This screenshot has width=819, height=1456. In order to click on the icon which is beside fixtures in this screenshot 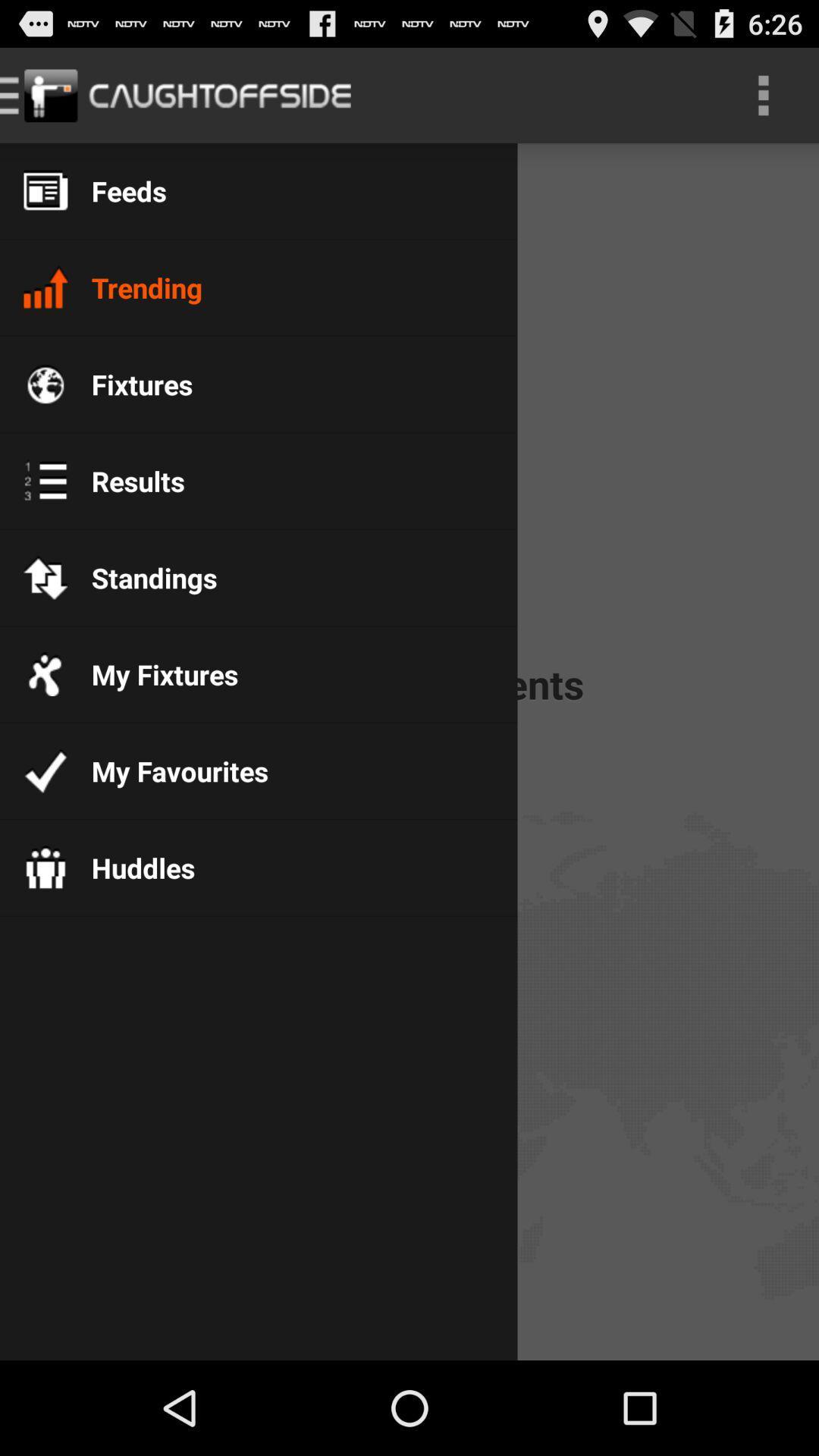, I will do `click(45, 384)`.